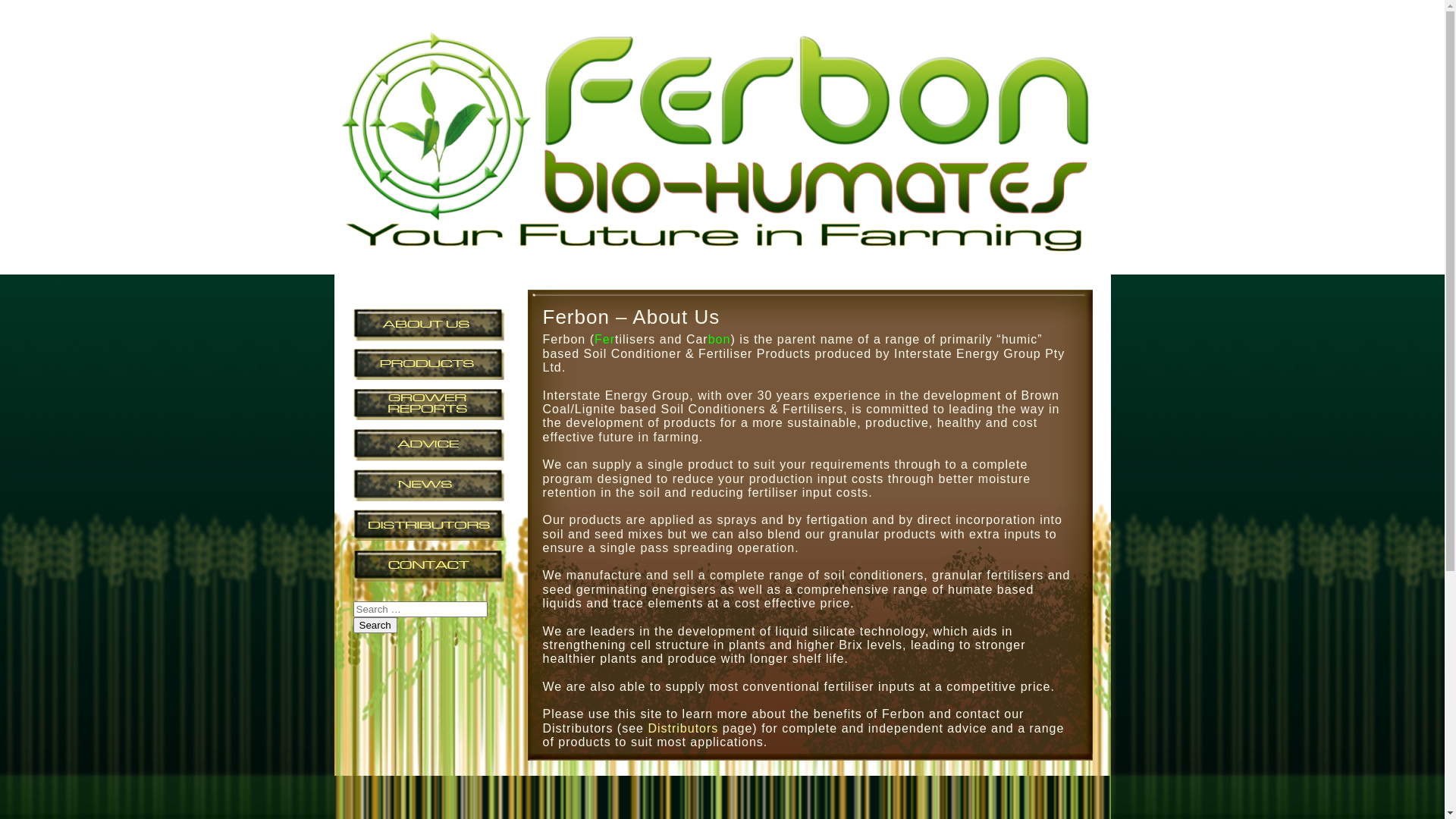 This screenshot has width=1456, height=819. I want to click on 'Search', so click(352, 625).